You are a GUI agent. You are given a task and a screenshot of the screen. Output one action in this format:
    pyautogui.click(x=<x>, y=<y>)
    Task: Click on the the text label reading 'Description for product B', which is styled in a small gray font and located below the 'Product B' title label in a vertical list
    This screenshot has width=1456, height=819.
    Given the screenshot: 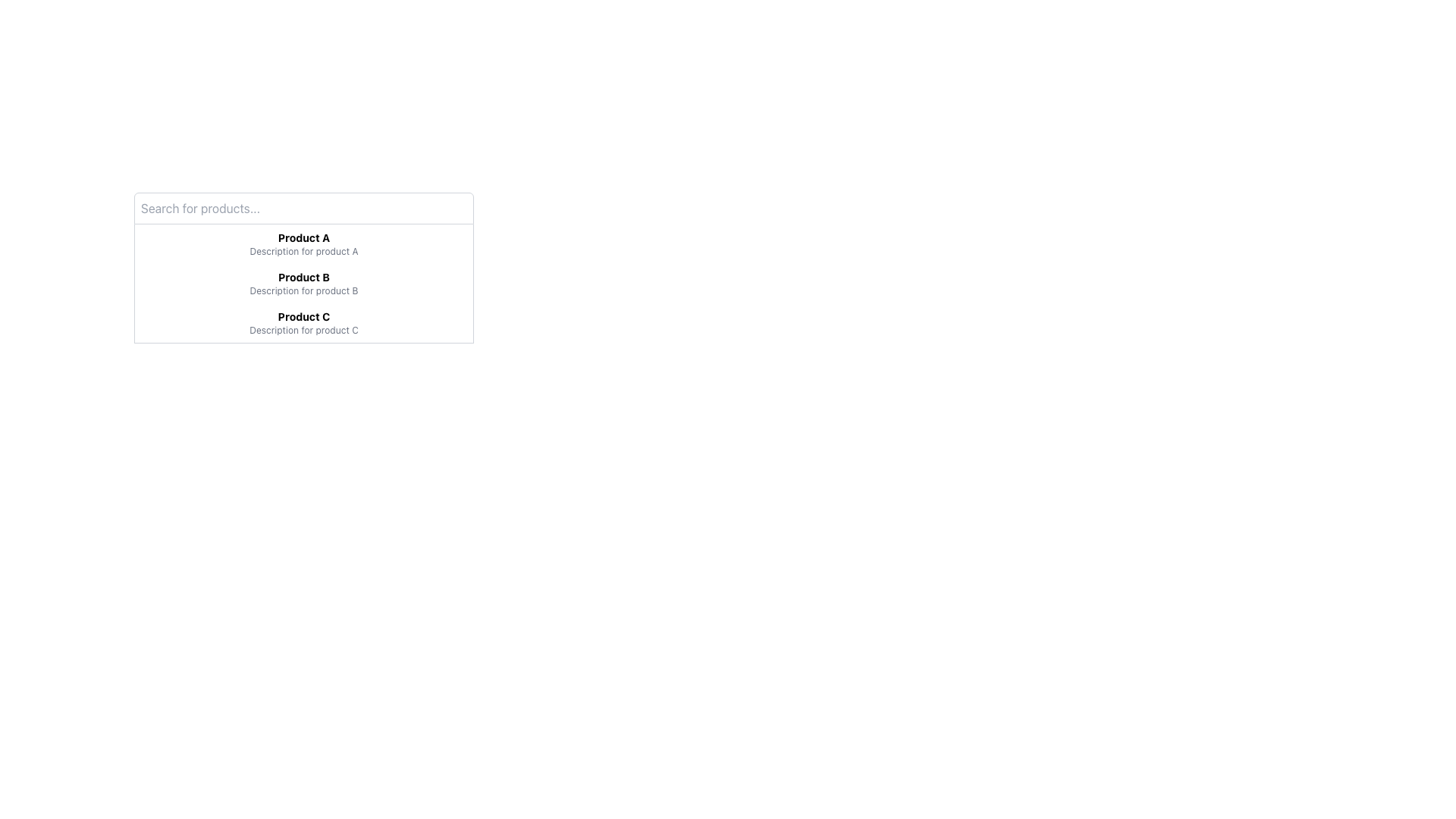 What is the action you would take?
    pyautogui.click(x=303, y=291)
    